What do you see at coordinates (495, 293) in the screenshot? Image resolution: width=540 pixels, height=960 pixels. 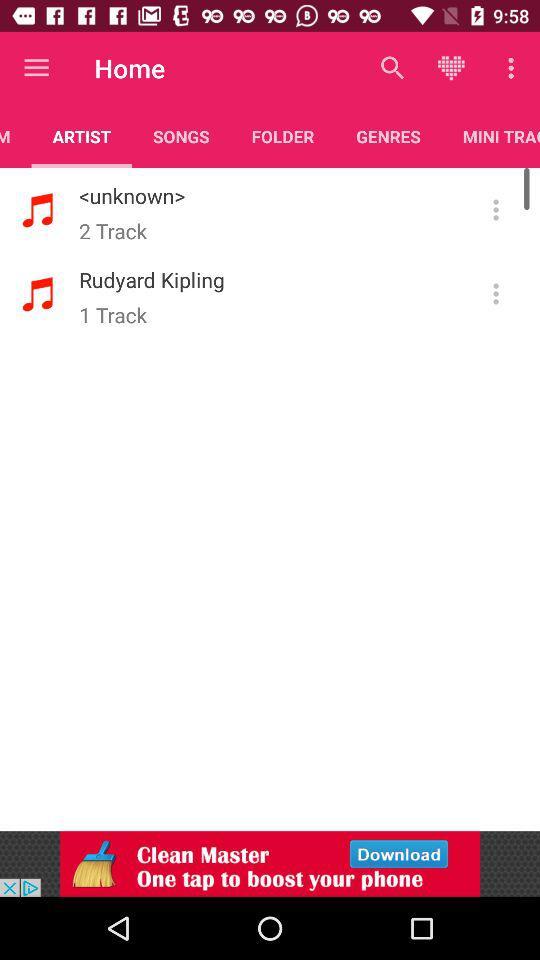 I see `menu` at bounding box center [495, 293].